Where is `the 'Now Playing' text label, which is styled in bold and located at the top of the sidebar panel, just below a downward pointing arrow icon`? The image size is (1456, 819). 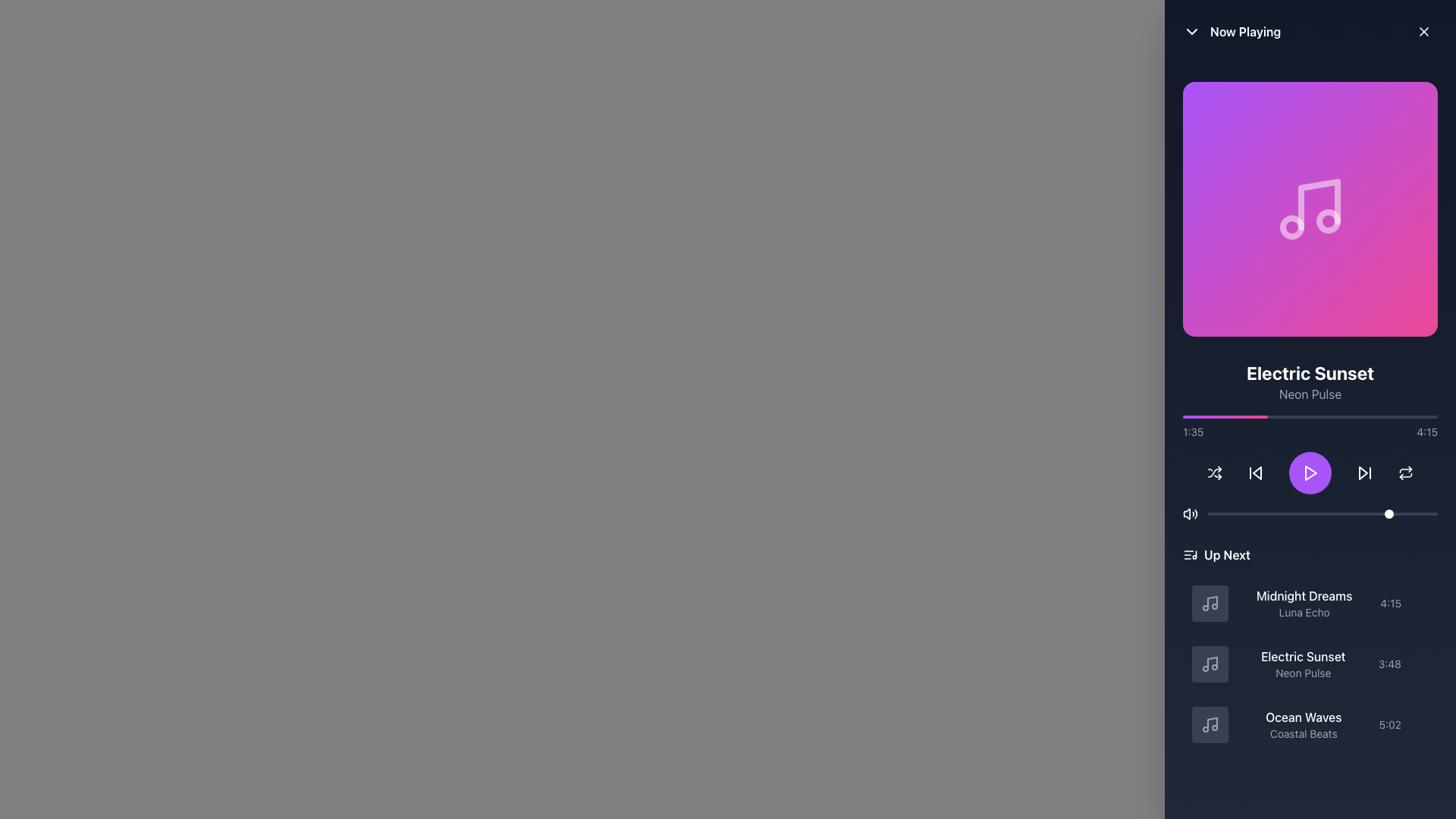 the 'Now Playing' text label, which is styled in bold and located at the top of the sidebar panel, just below a downward pointing arrow icon is located at coordinates (1245, 32).